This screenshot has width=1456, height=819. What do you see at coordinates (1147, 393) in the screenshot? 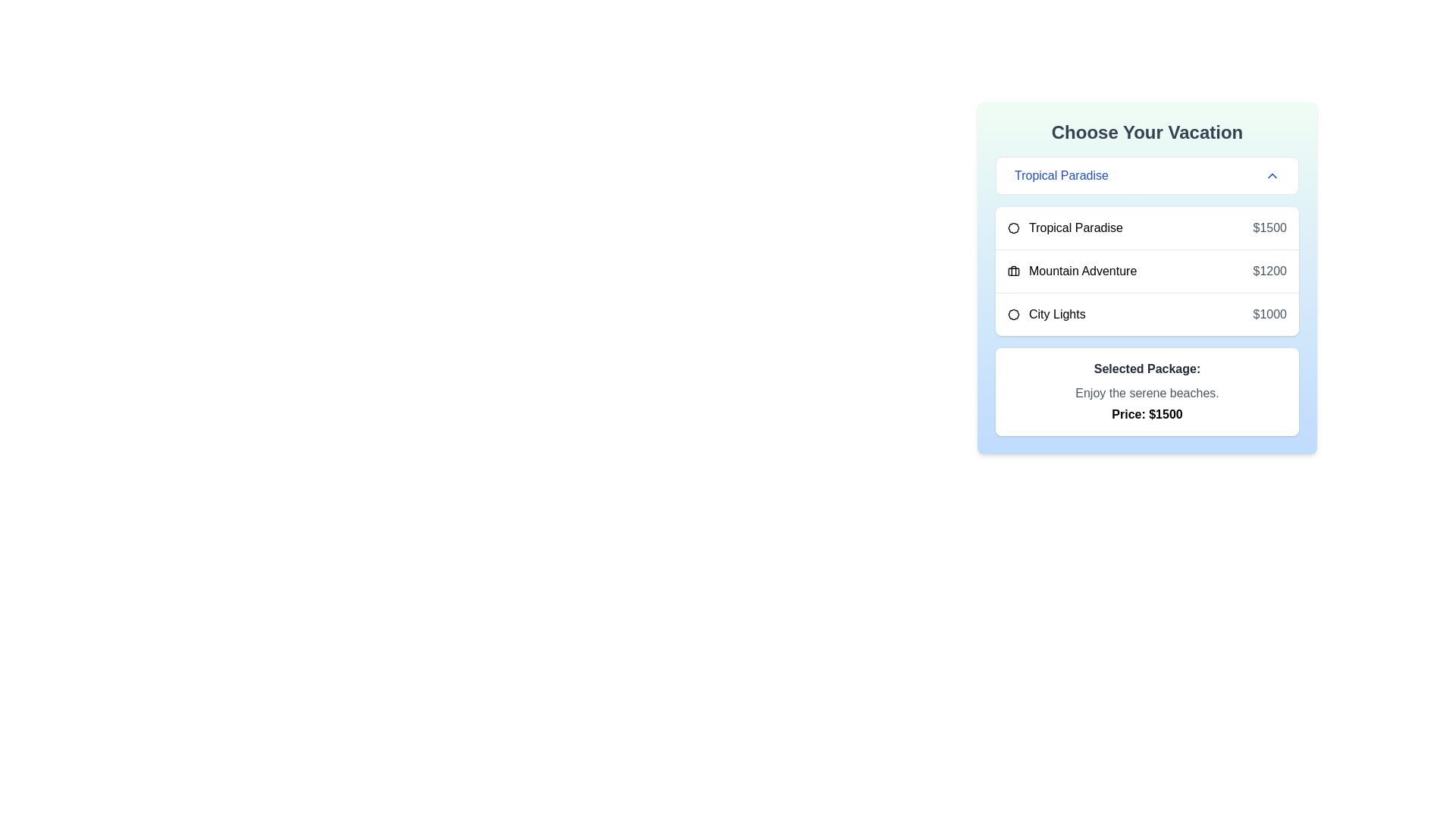
I see `the text block that displays 'Enjoy the serene beaches.' which is styled in gray and positioned between 'Selected Package:' and 'Price: $1500'` at bounding box center [1147, 393].